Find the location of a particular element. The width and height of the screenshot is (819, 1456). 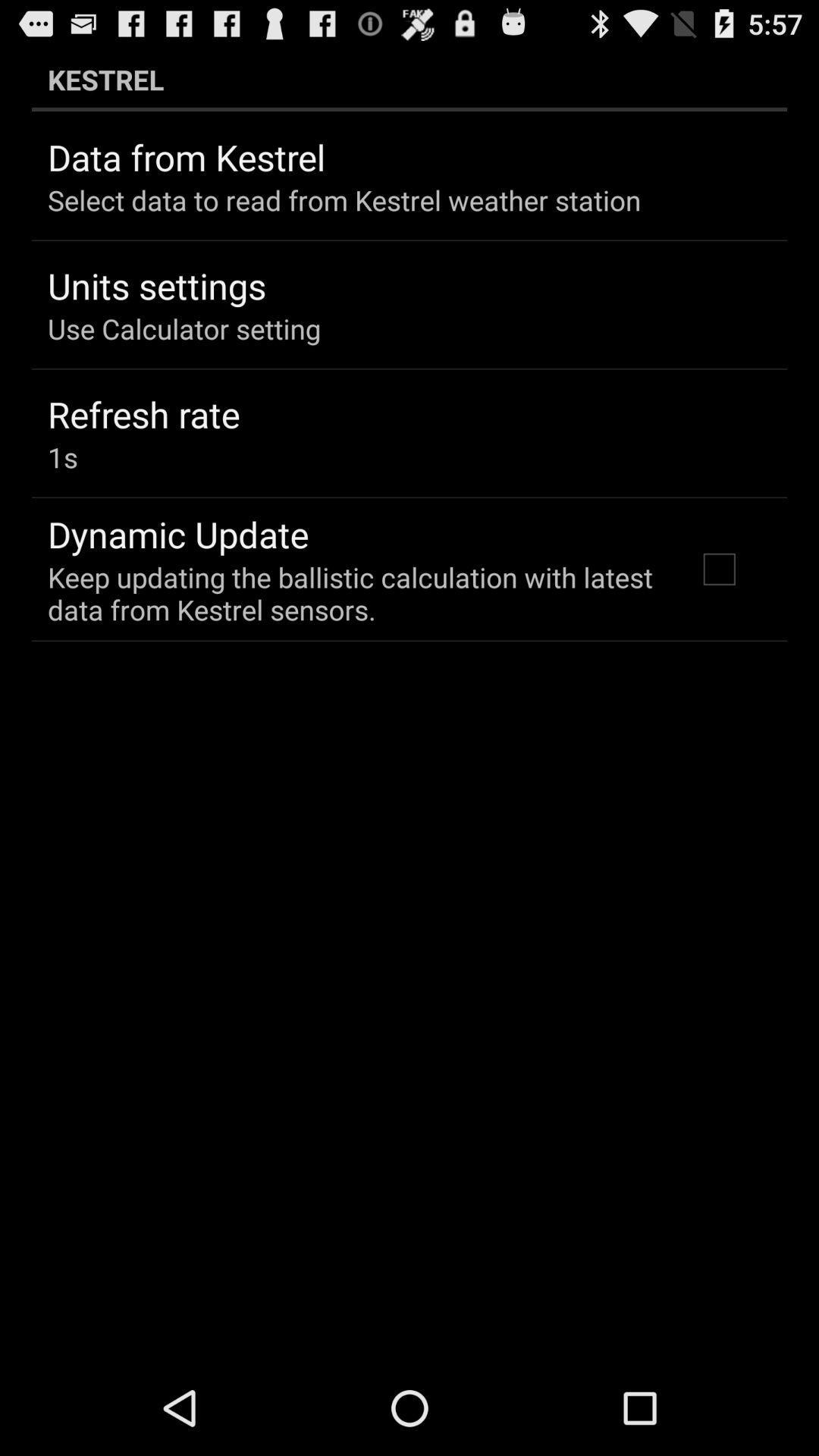

the icon above units settings is located at coordinates (344, 199).